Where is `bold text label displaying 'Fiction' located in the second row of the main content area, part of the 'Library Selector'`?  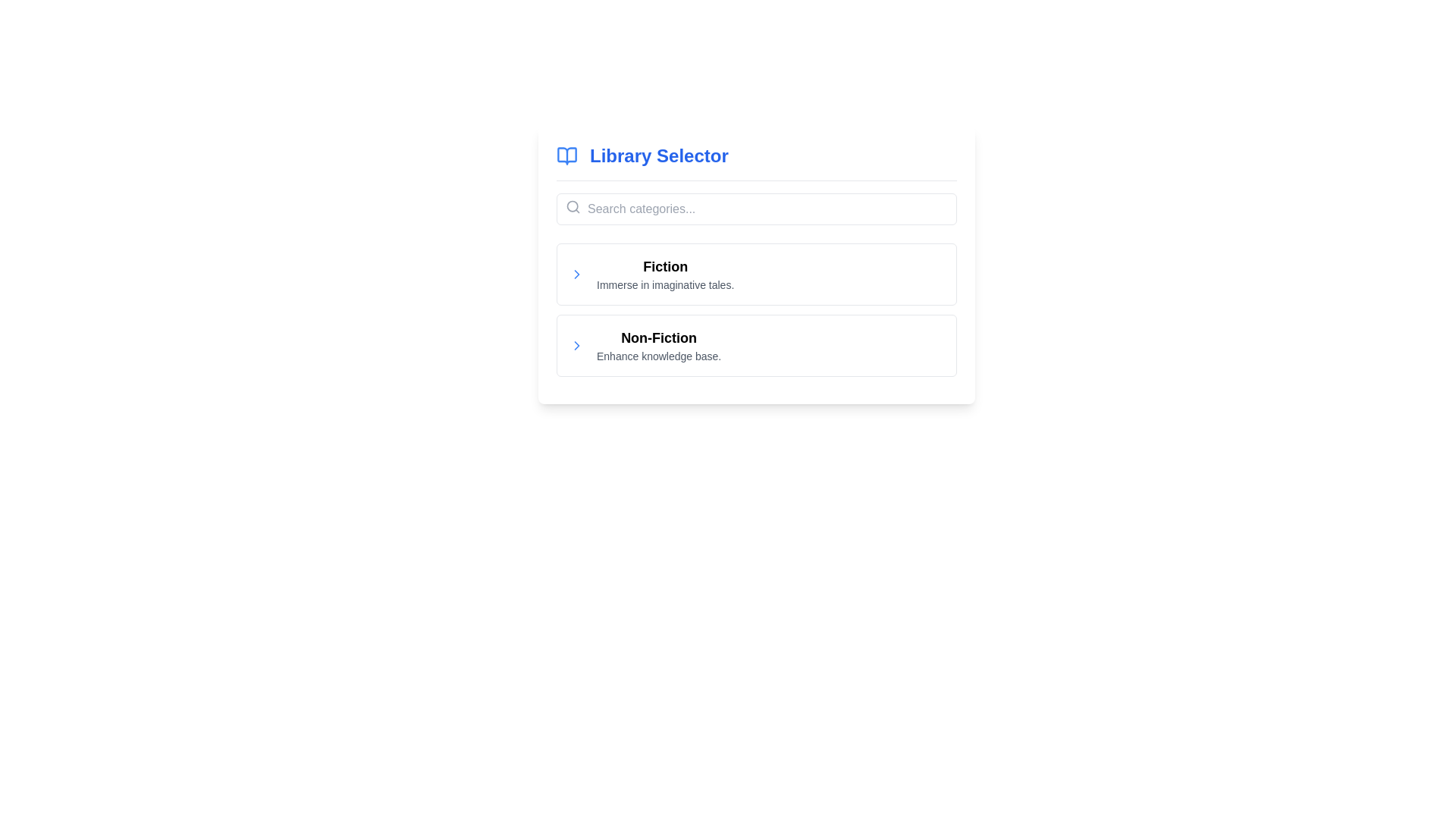
bold text label displaying 'Fiction' located in the second row of the main content area, part of the 'Library Selector' is located at coordinates (665, 265).